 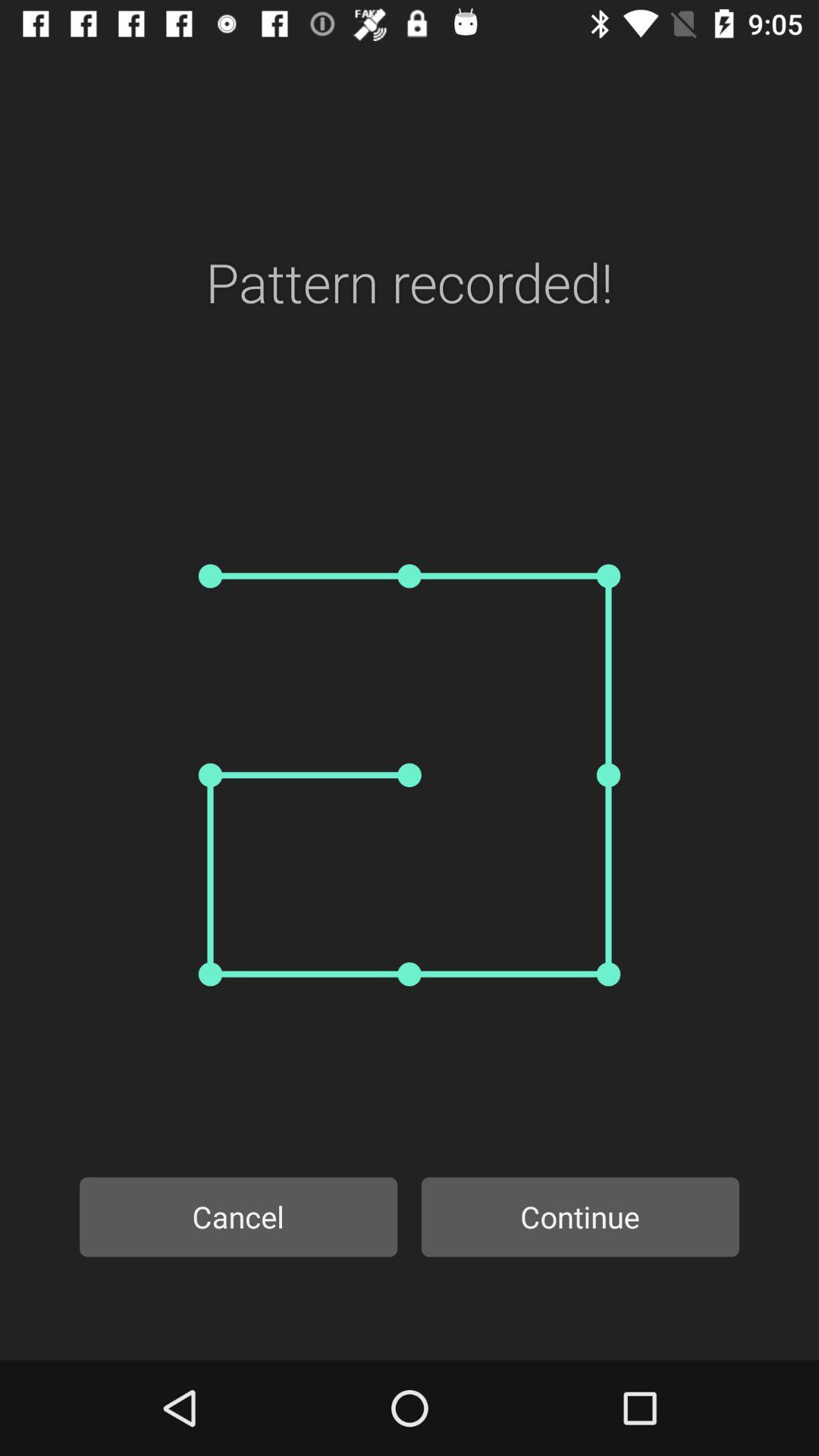 I want to click on item at the bottom left corner, so click(x=238, y=1216).